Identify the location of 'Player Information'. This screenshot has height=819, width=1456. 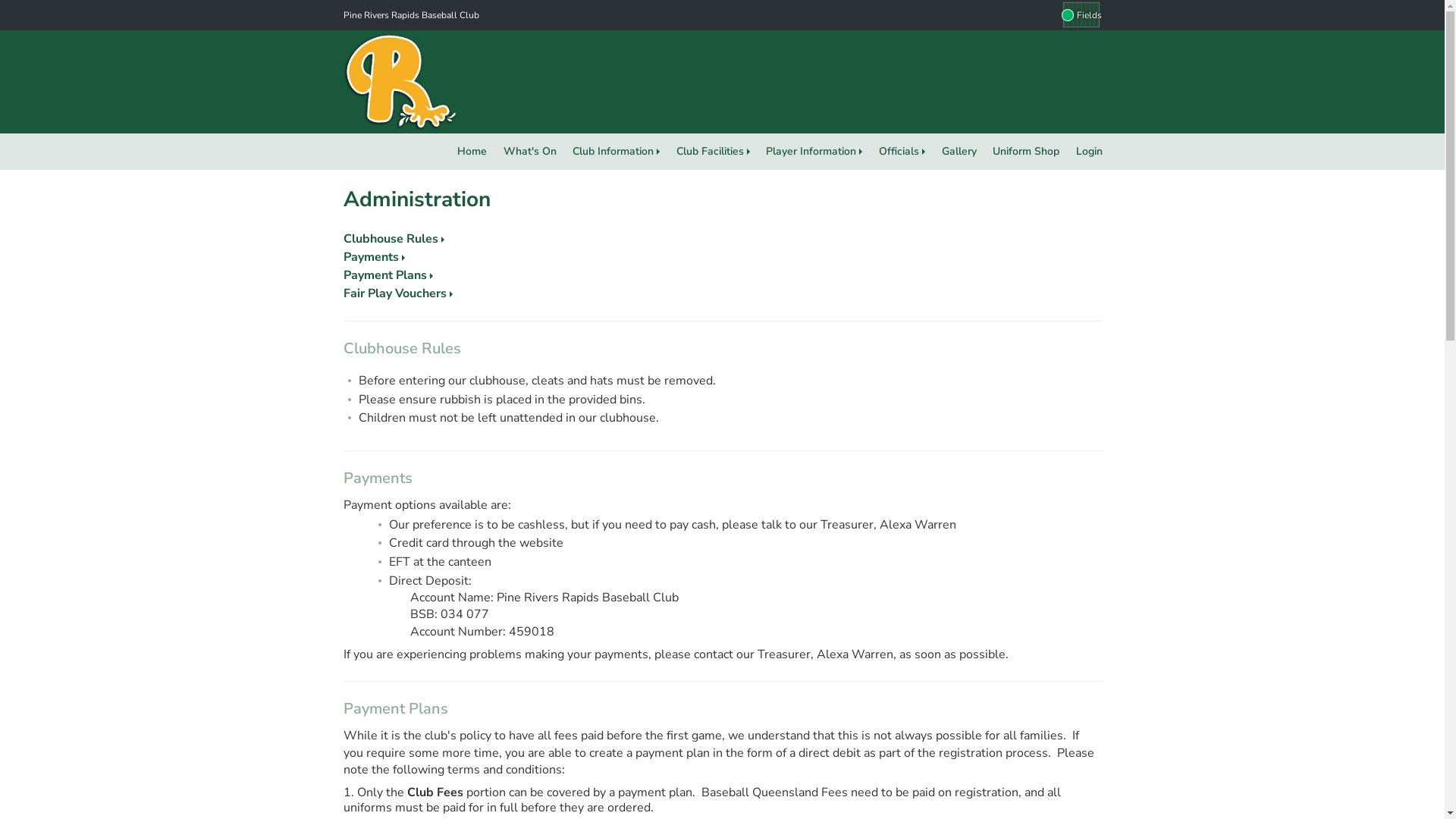
(814, 152).